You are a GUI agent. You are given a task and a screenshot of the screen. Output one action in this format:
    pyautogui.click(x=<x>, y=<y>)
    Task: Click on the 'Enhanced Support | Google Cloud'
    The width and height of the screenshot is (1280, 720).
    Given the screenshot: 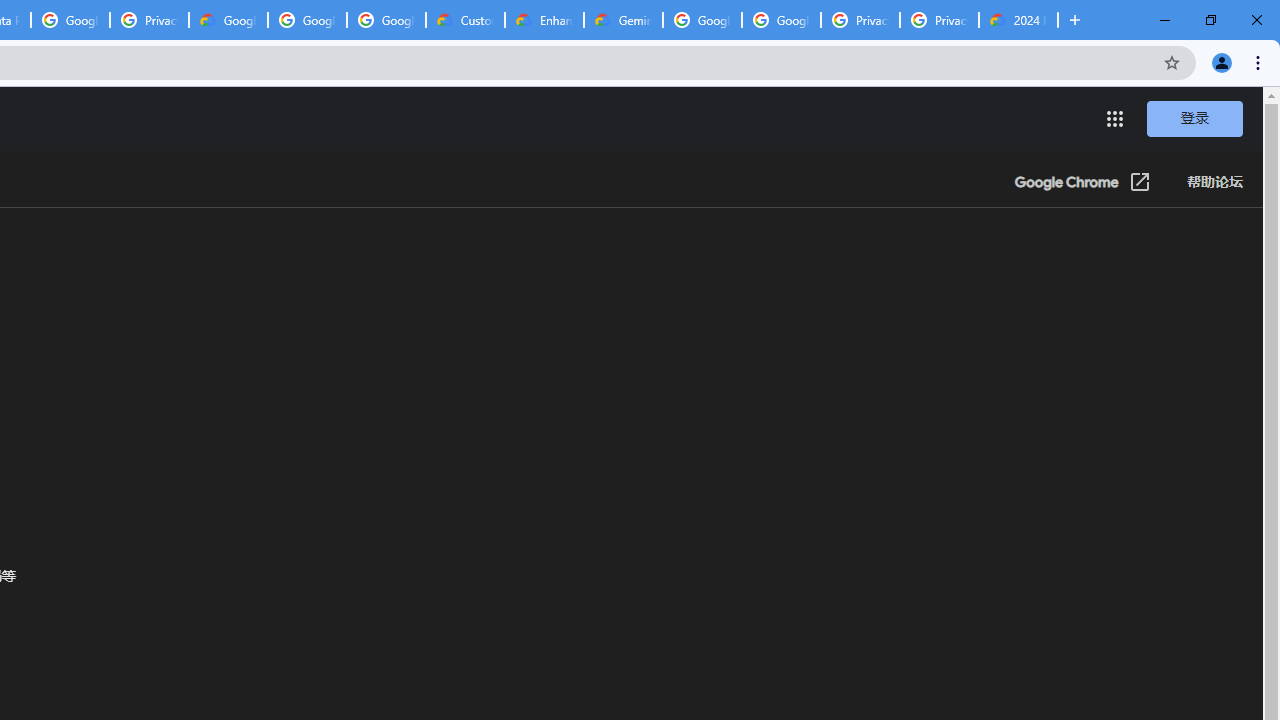 What is the action you would take?
    pyautogui.click(x=544, y=20)
    